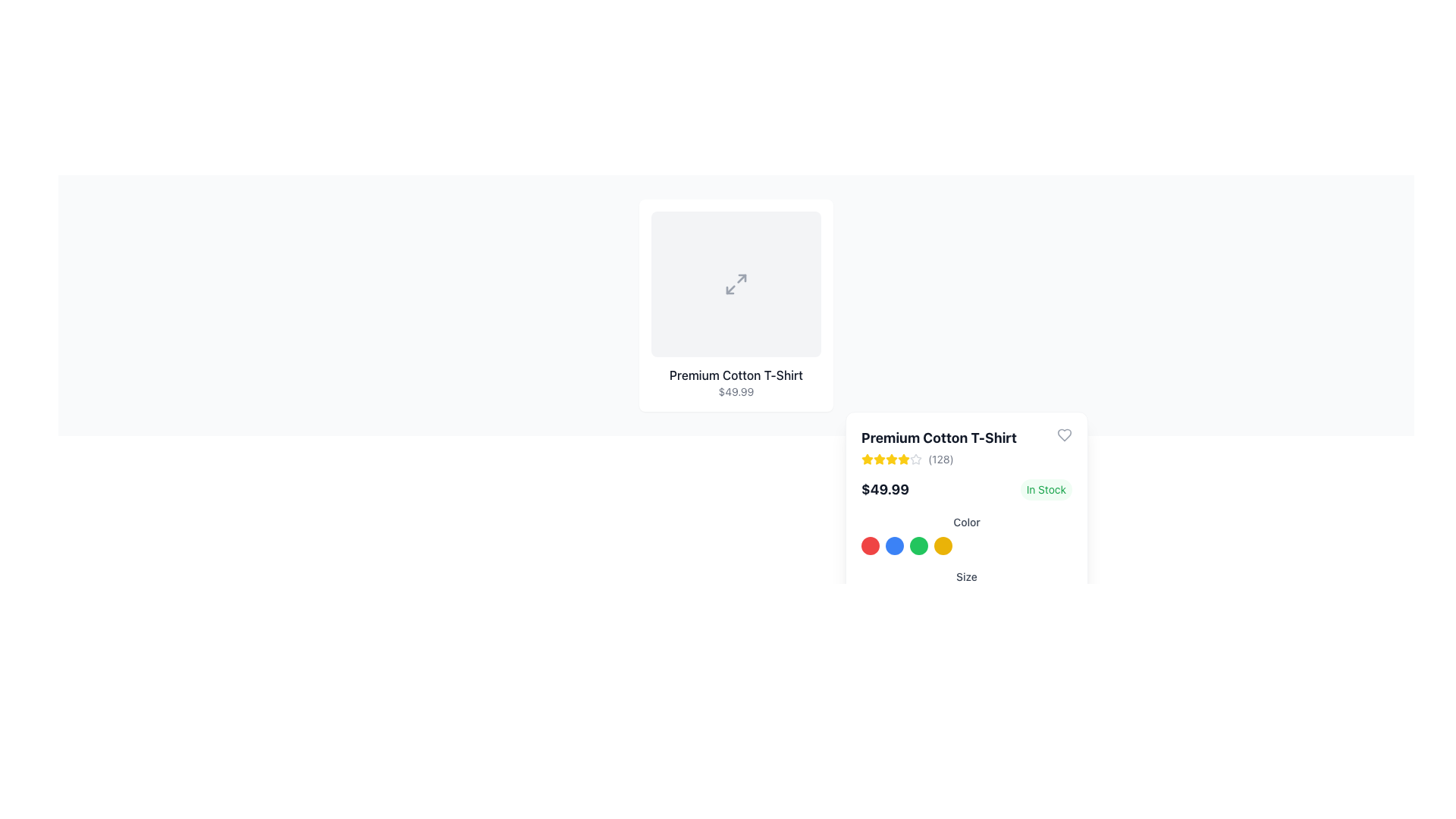  What do you see at coordinates (895, 546) in the screenshot?
I see `the second selectable color button with a blue background located below the 'Color' text` at bounding box center [895, 546].